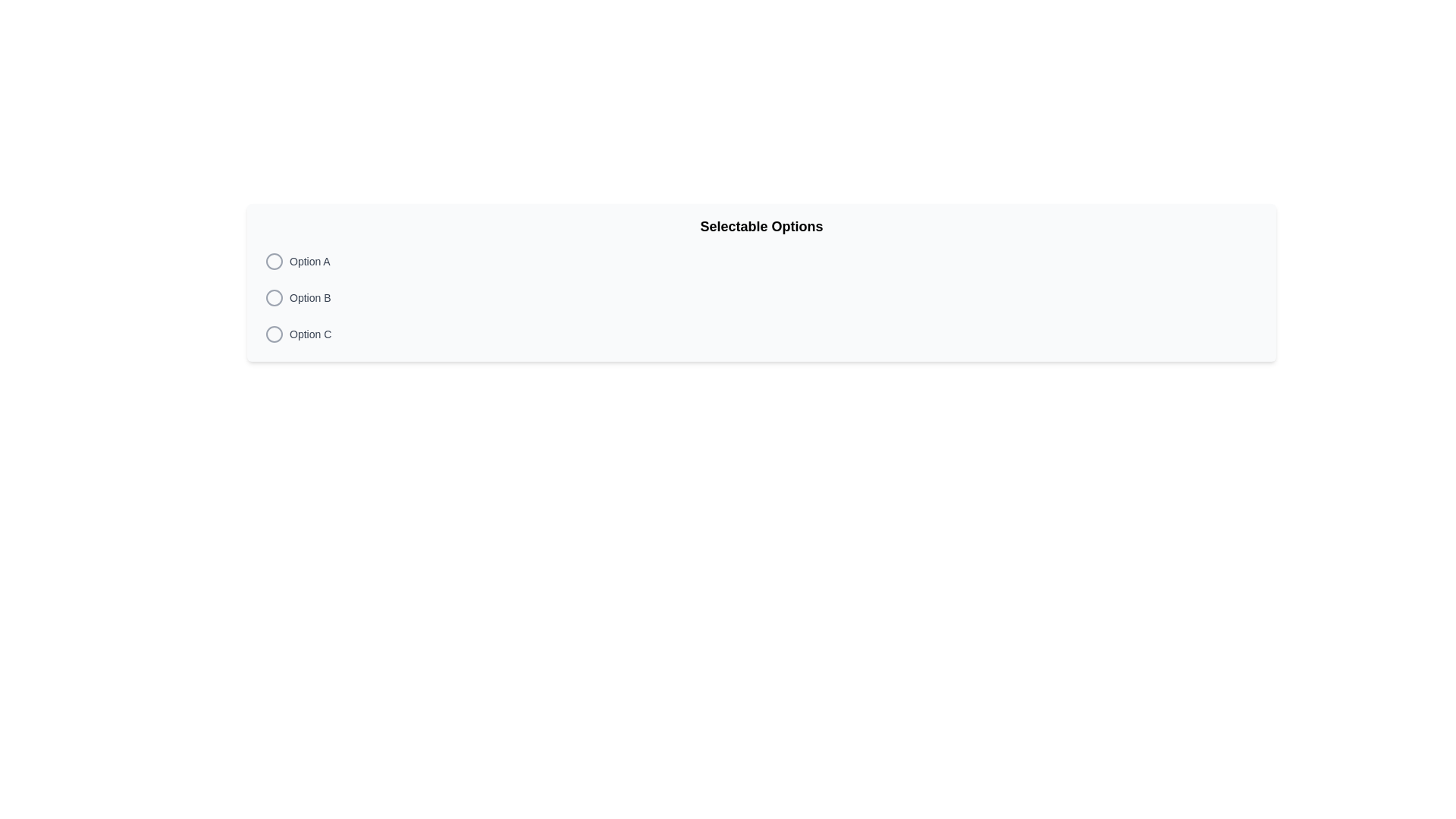 This screenshot has width=1456, height=819. What do you see at coordinates (274, 298) in the screenshot?
I see `the second radio button in the 'Selectable Options' group` at bounding box center [274, 298].